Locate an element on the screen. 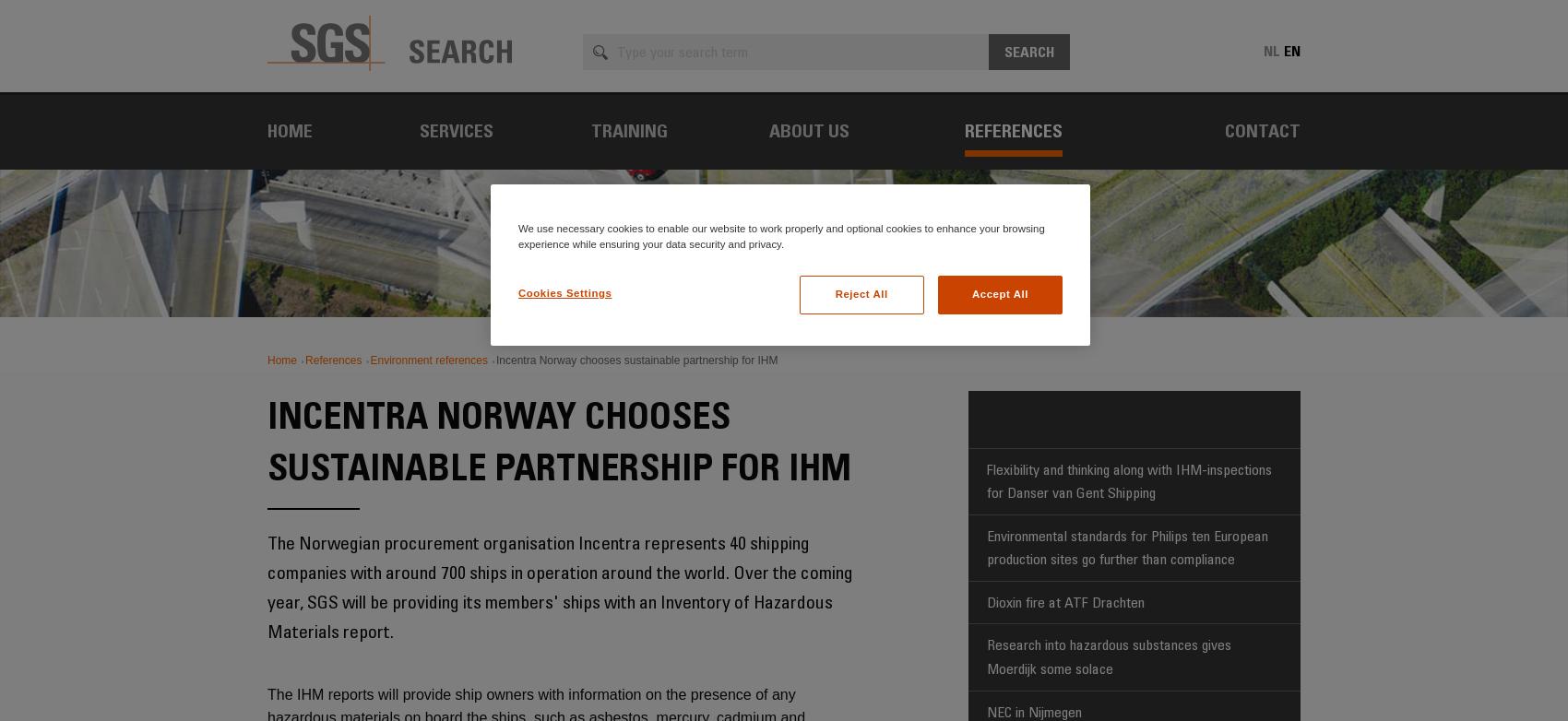 The height and width of the screenshot is (721, 1568). 'Dioxin fire at ATF Drachten' is located at coordinates (1065, 600).